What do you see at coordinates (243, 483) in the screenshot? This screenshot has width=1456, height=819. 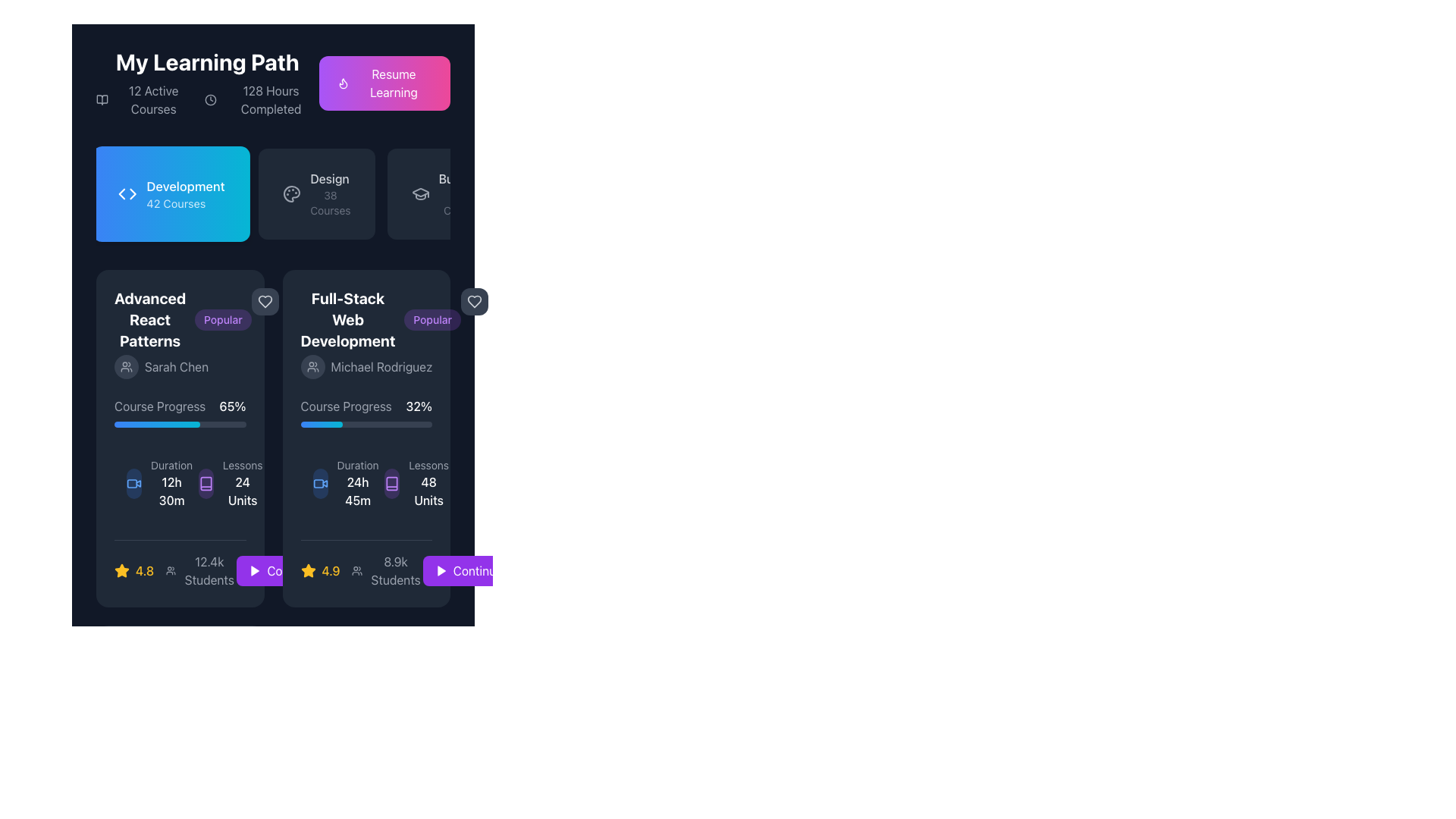 I see `displayed text in the bottom section of the left card, which shows '24 Units' next to the 'Duration' information` at bounding box center [243, 483].